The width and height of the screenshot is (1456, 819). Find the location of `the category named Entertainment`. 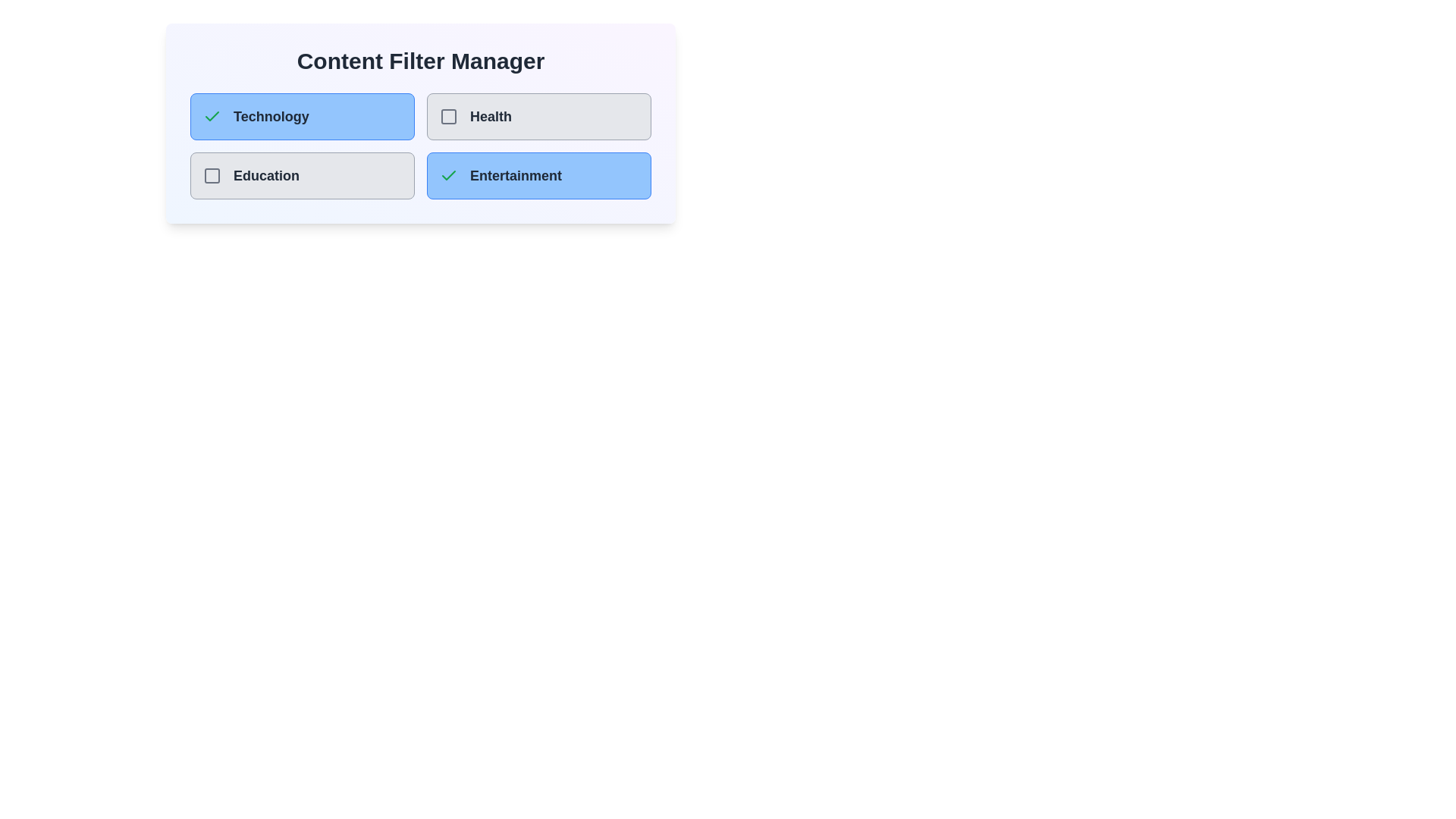

the category named Entertainment is located at coordinates (538, 174).